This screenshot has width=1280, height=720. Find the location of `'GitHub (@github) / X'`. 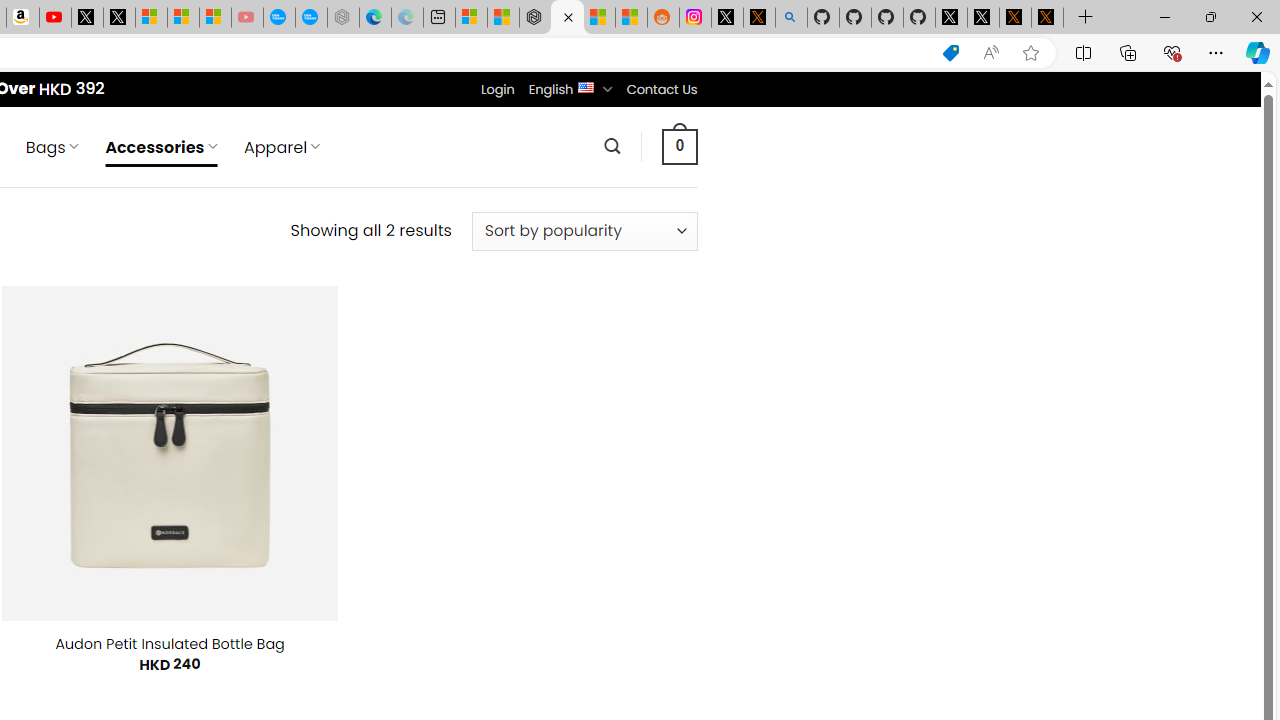

'GitHub (@github) / X' is located at coordinates (983, 17).